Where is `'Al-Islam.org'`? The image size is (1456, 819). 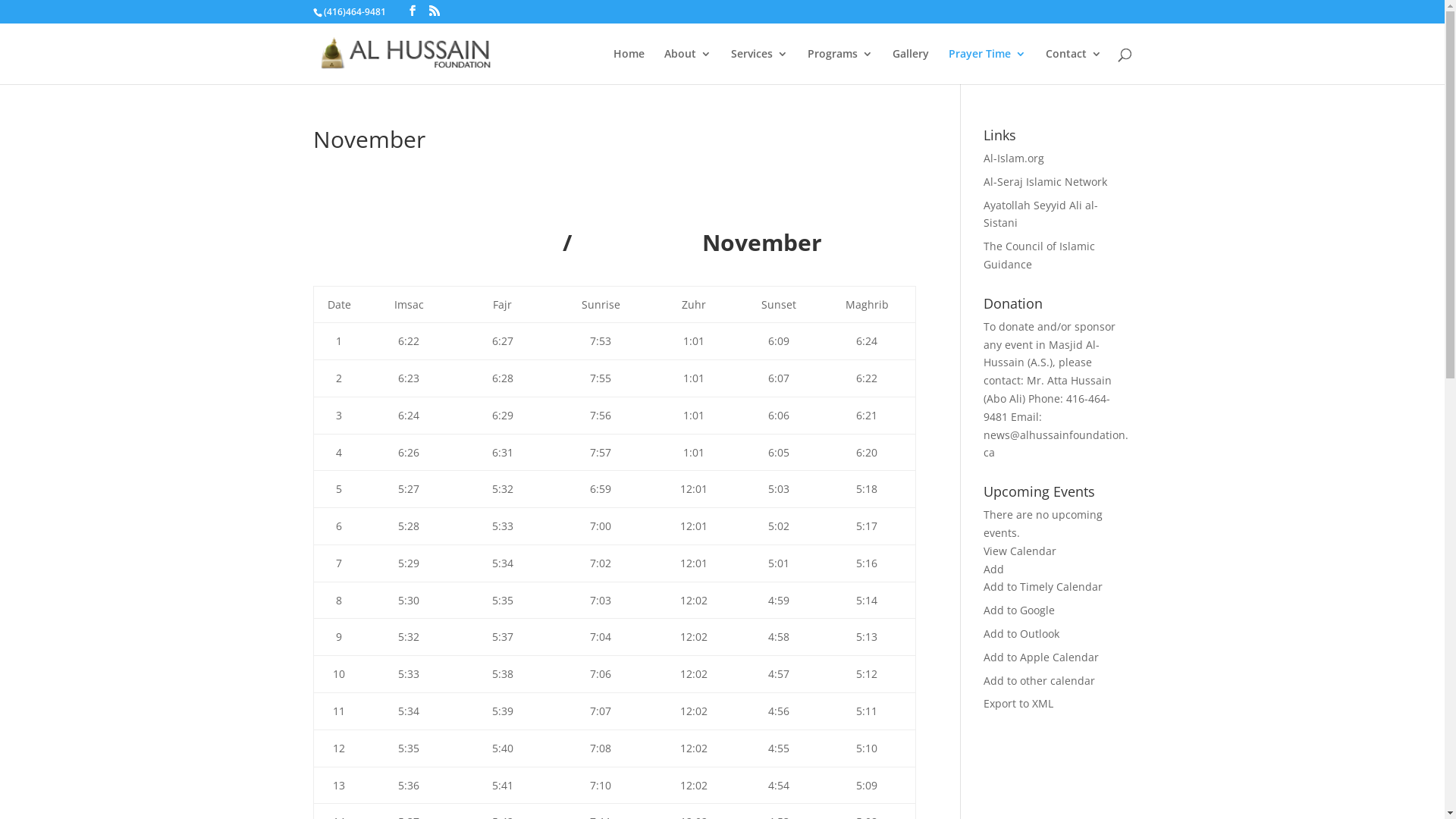 'Al-Islam.org' is located at coordinates (1014, 158).